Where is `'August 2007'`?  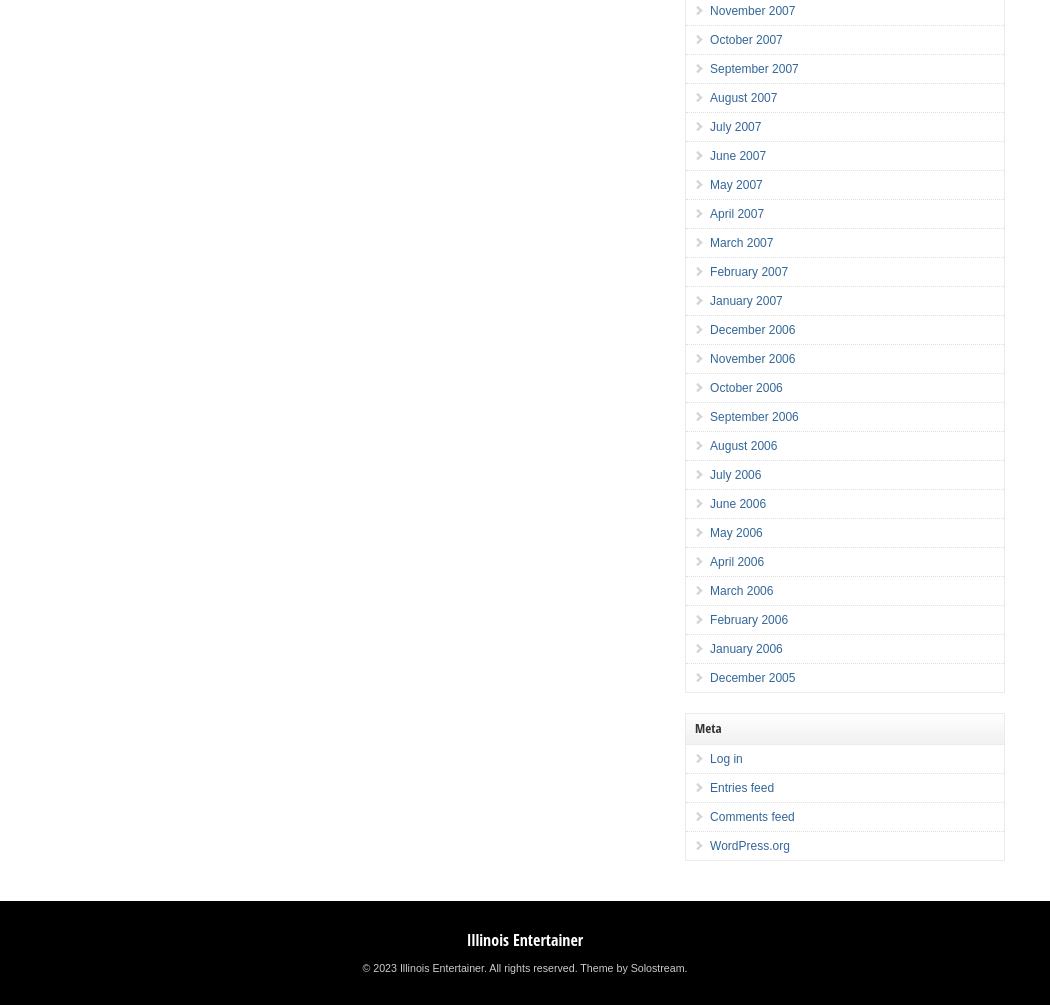
'August 2007' is located at coordinates (742, 97).